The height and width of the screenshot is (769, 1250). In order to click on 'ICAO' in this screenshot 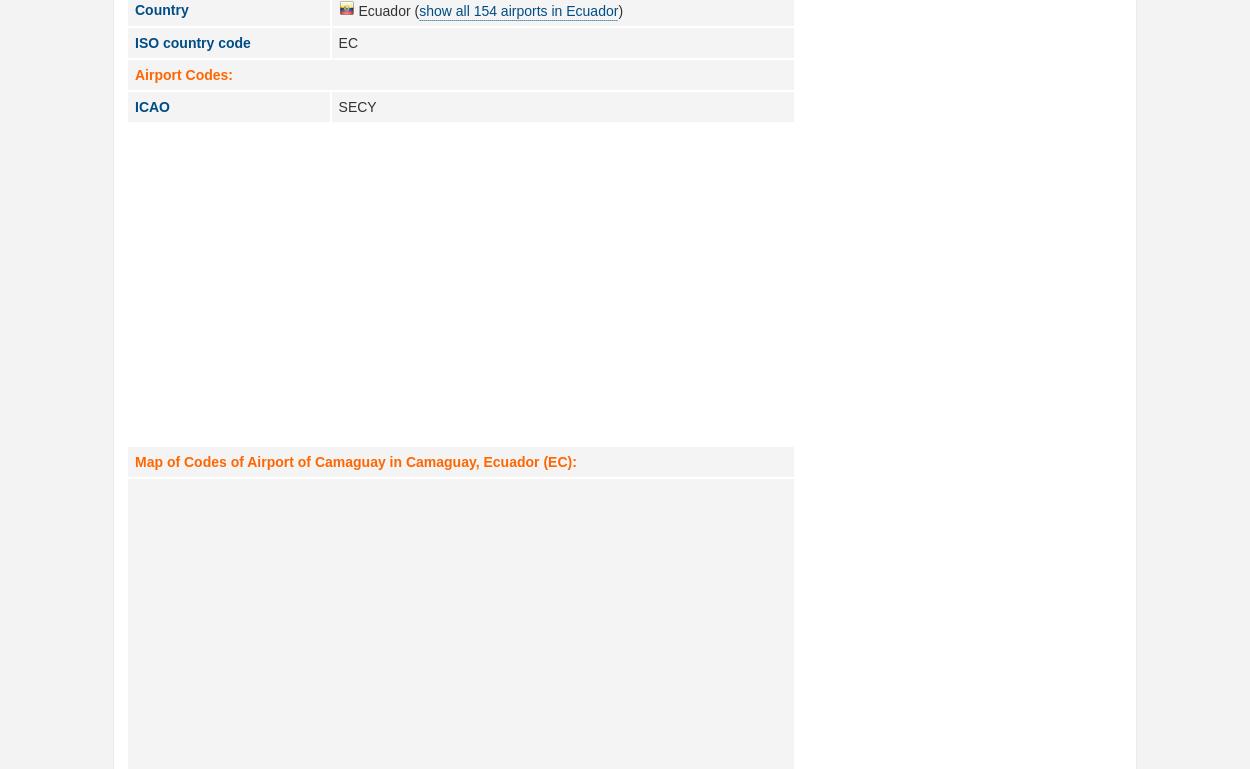, I will do `click(152, 106)`.